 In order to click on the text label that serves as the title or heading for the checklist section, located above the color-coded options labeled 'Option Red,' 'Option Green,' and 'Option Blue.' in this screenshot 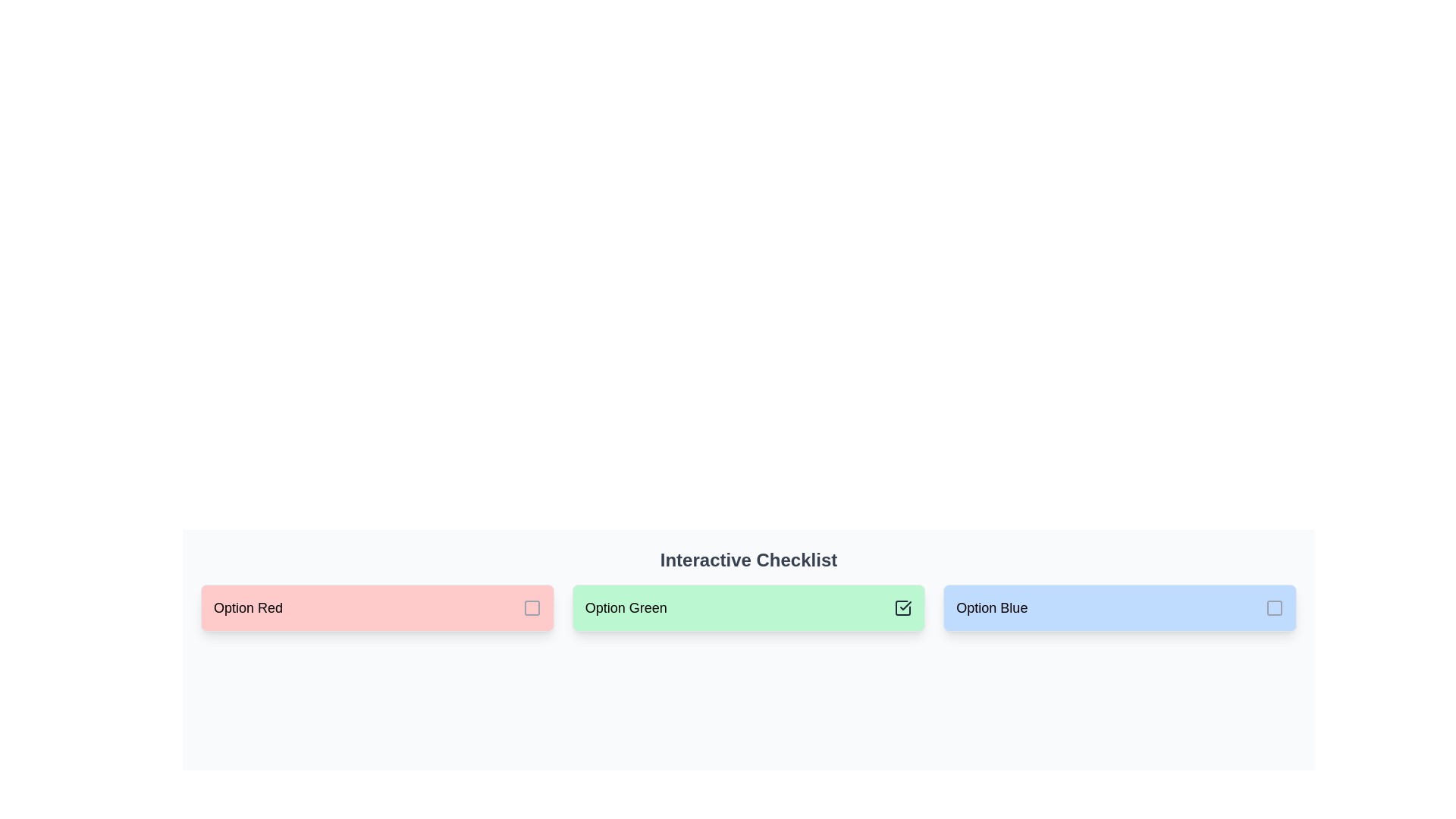, I will do `click(748, 560)`.